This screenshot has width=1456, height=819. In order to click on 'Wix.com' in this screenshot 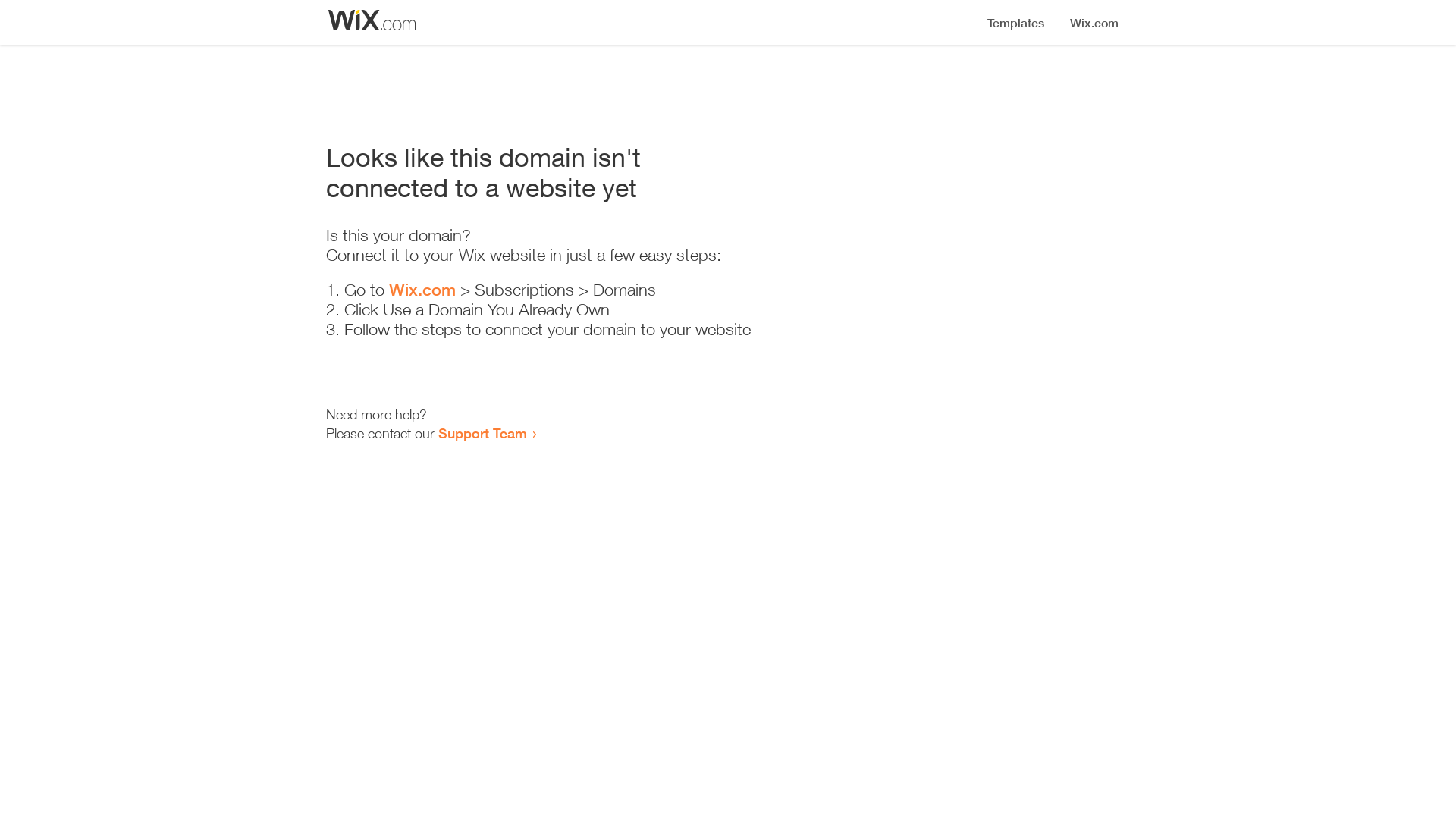, I will do `click(422, 289)`.